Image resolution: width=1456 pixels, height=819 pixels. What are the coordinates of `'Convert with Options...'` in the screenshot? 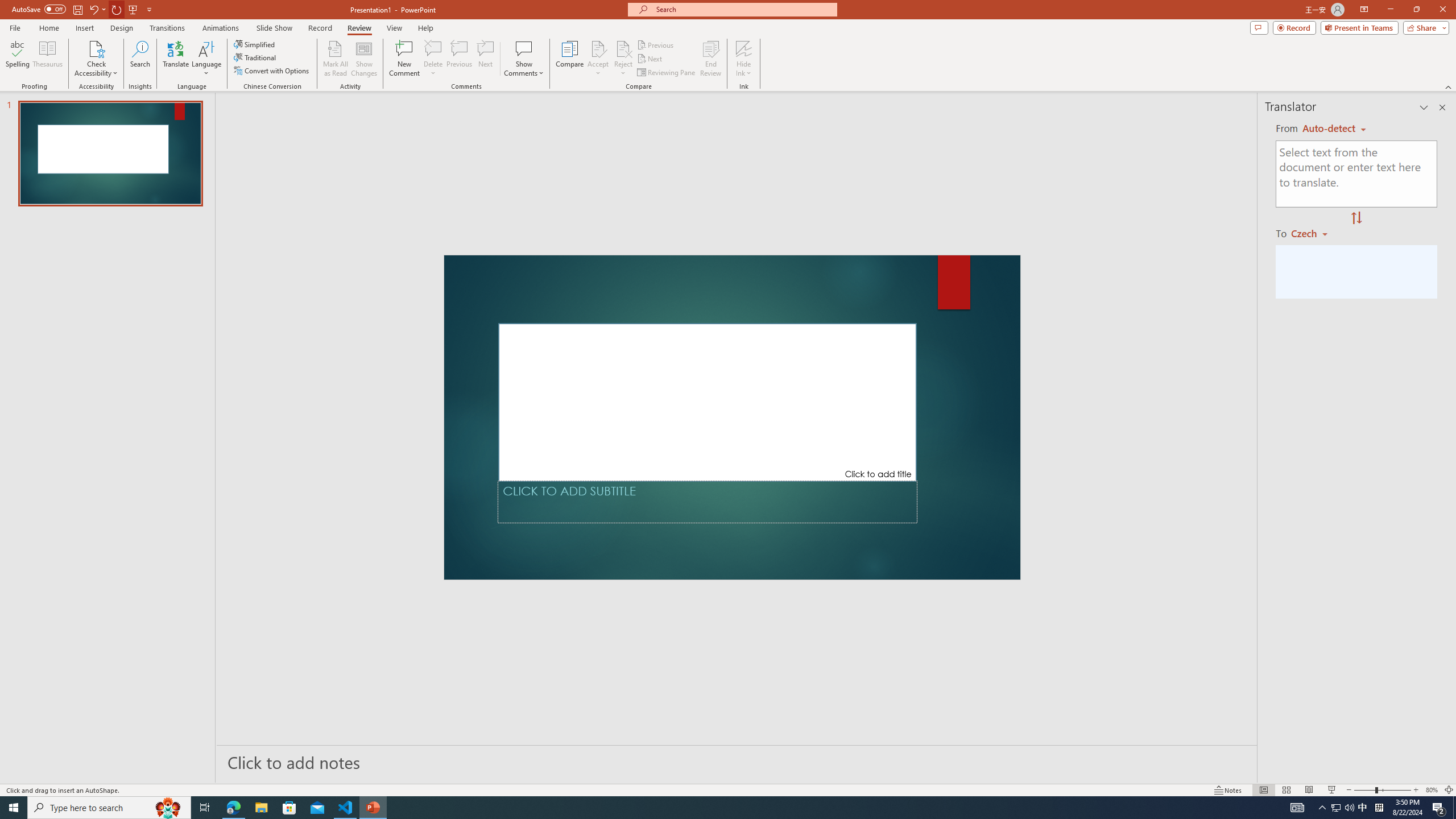 It's located at (271, 69).